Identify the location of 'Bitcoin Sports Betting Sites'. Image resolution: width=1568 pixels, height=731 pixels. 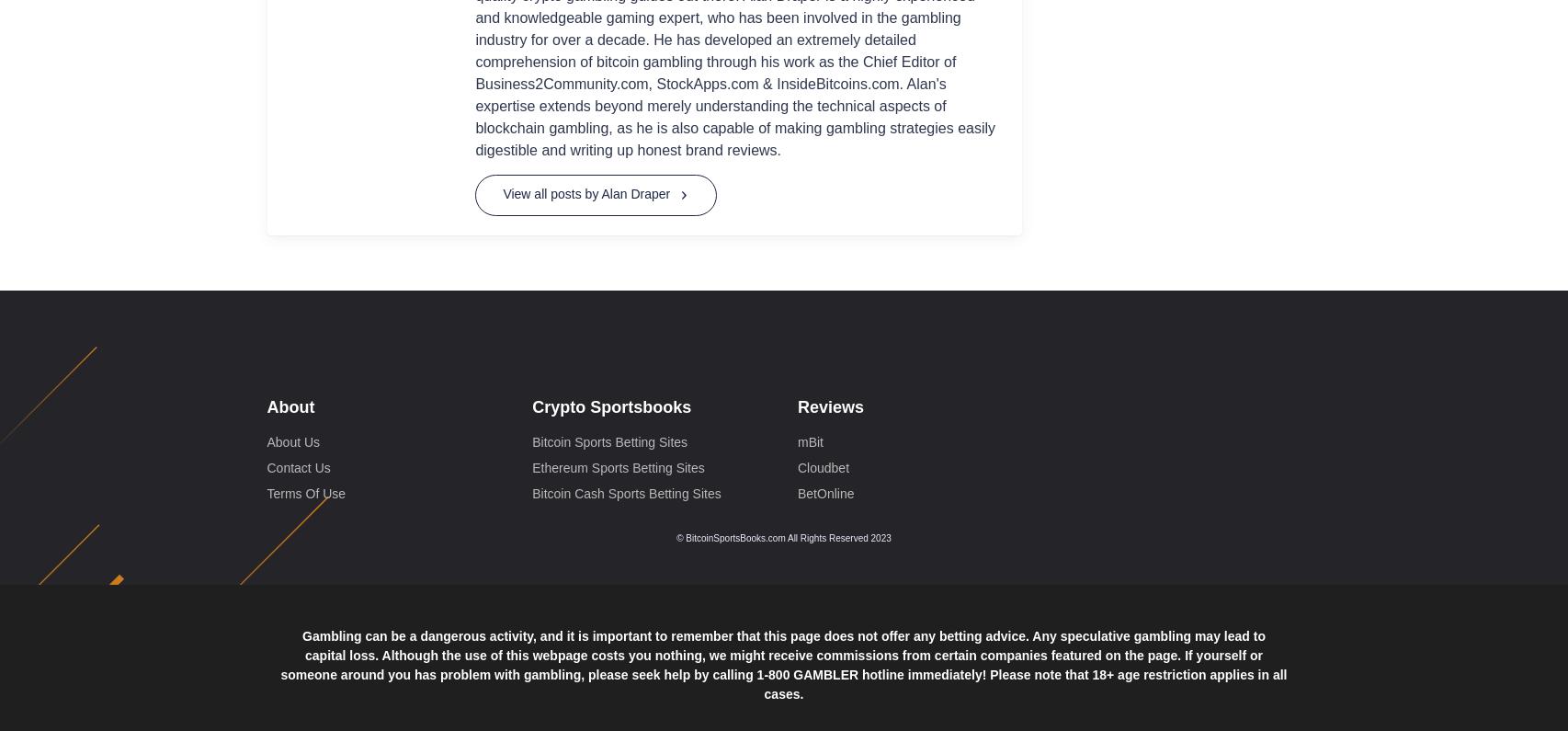
(608, 103).